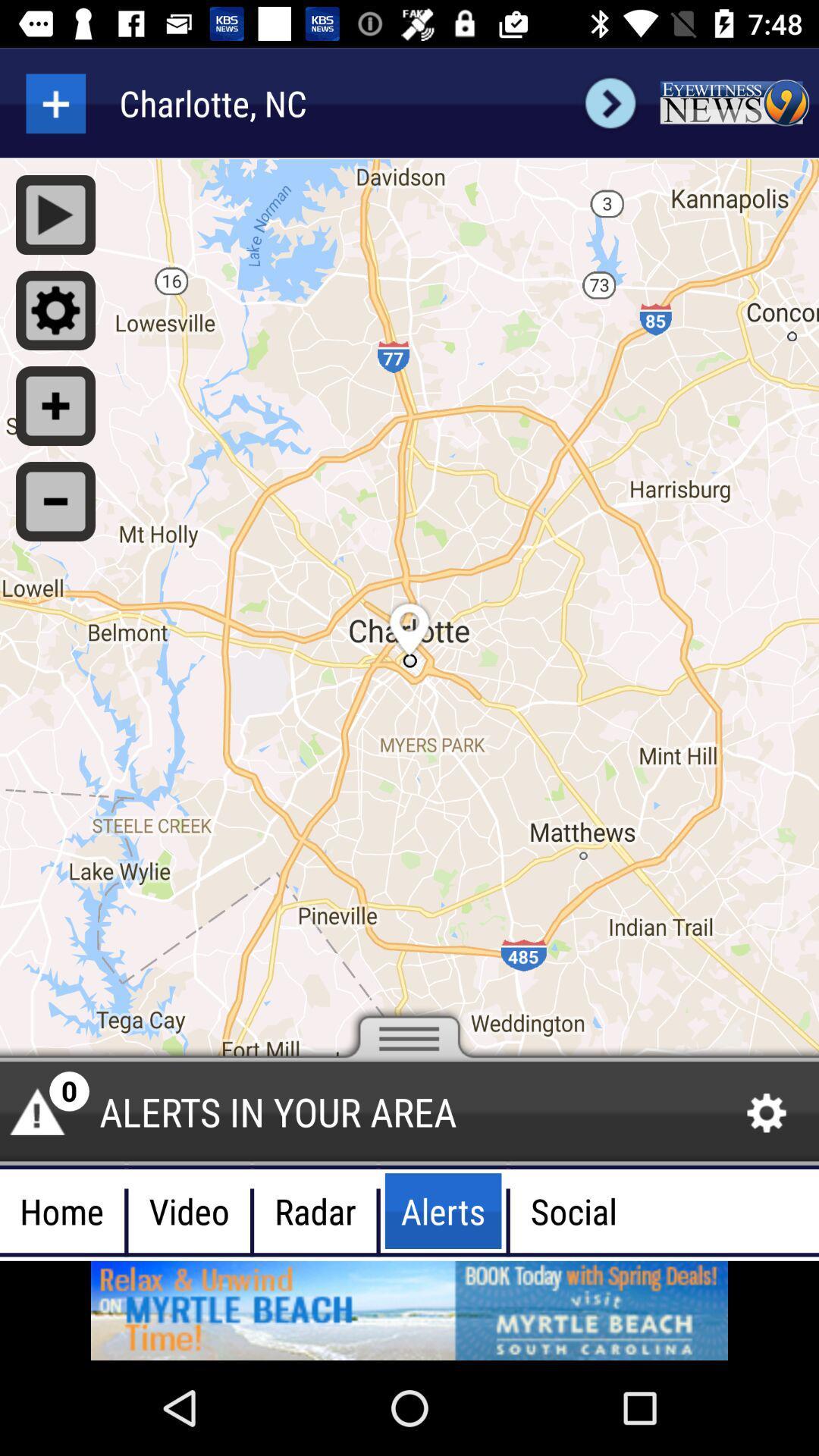 The image size is (819, 1456). I want to click on previous, so click(610, 102).